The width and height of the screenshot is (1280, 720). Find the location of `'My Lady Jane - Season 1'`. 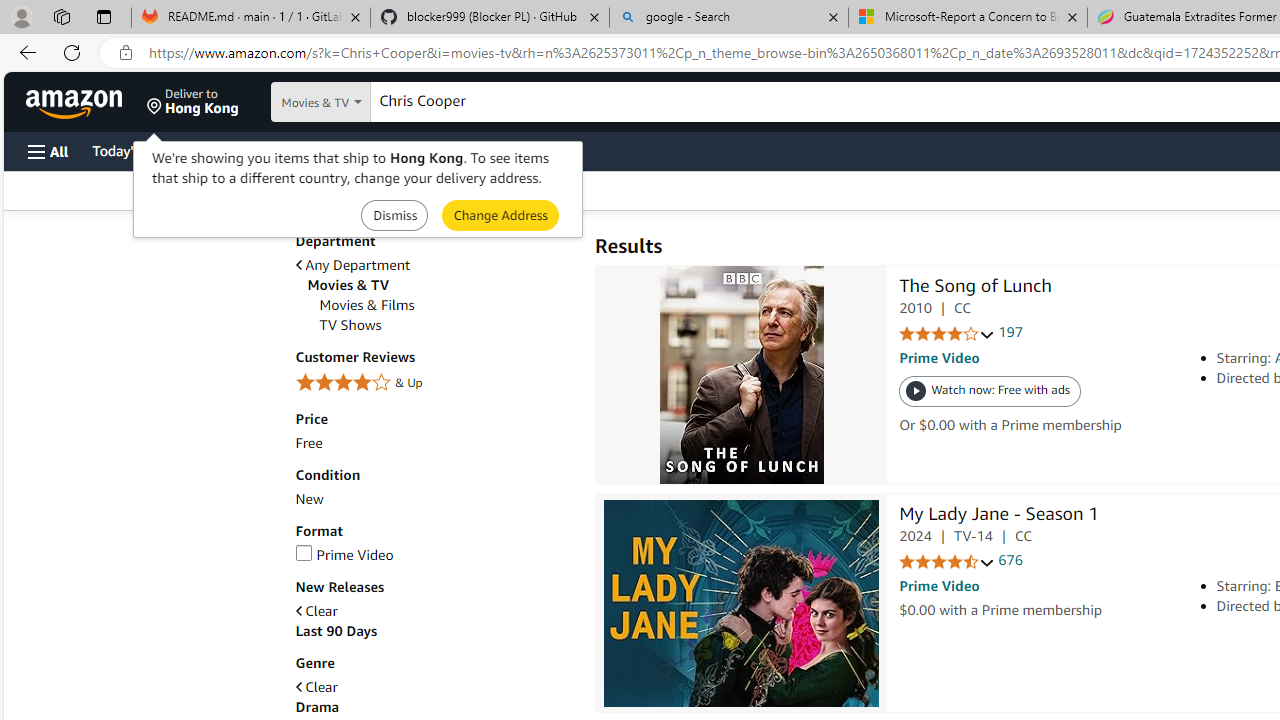

'My Lady Jane - Season 1' is located at coordinates (999, 515).